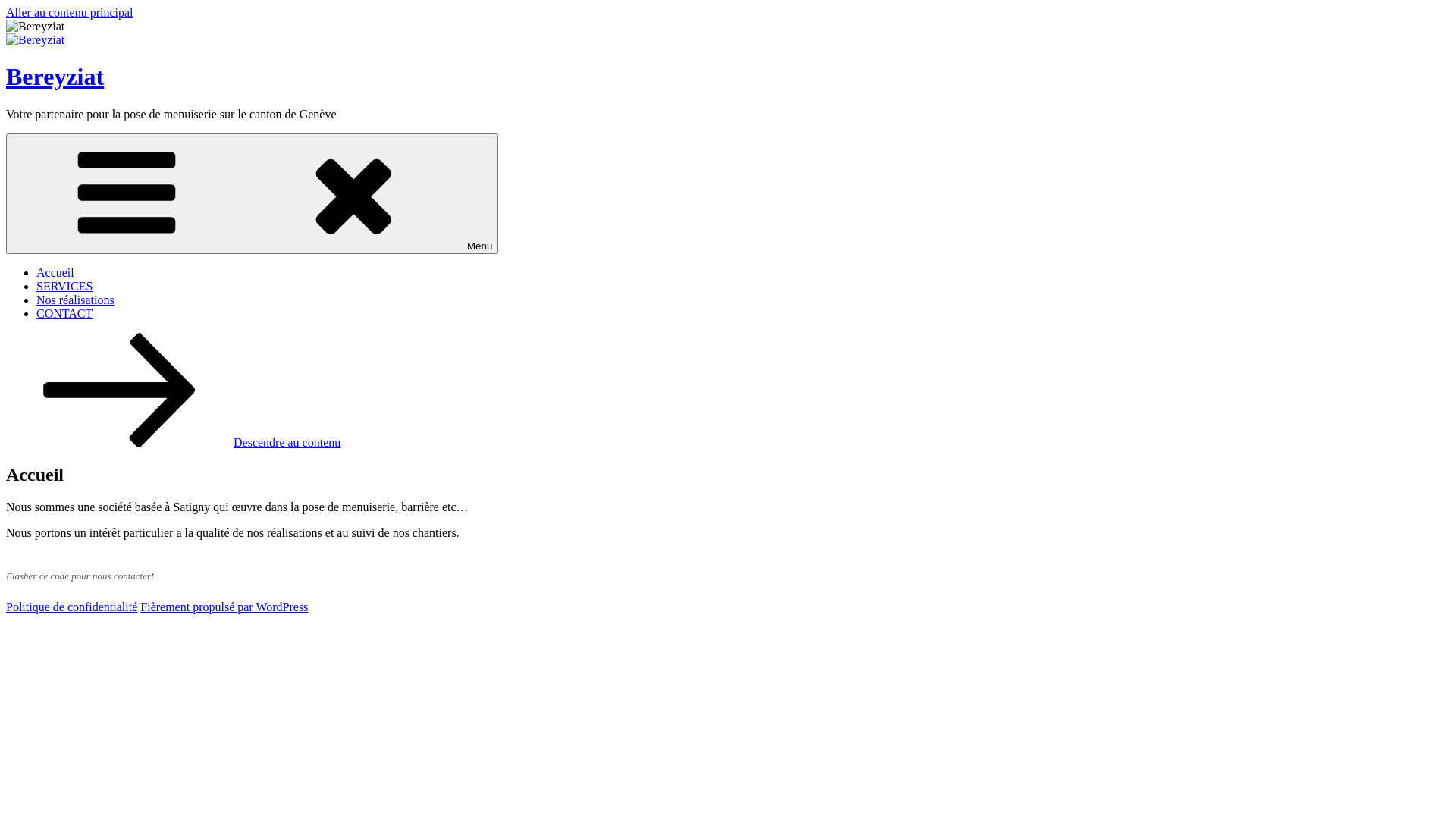 Image resolution: width=1456 pixels, height=819 pixels. What do you see at coordinates (55, 271) in the screenshot?
I see `'Accueil'` at bounding box center [55, 271].